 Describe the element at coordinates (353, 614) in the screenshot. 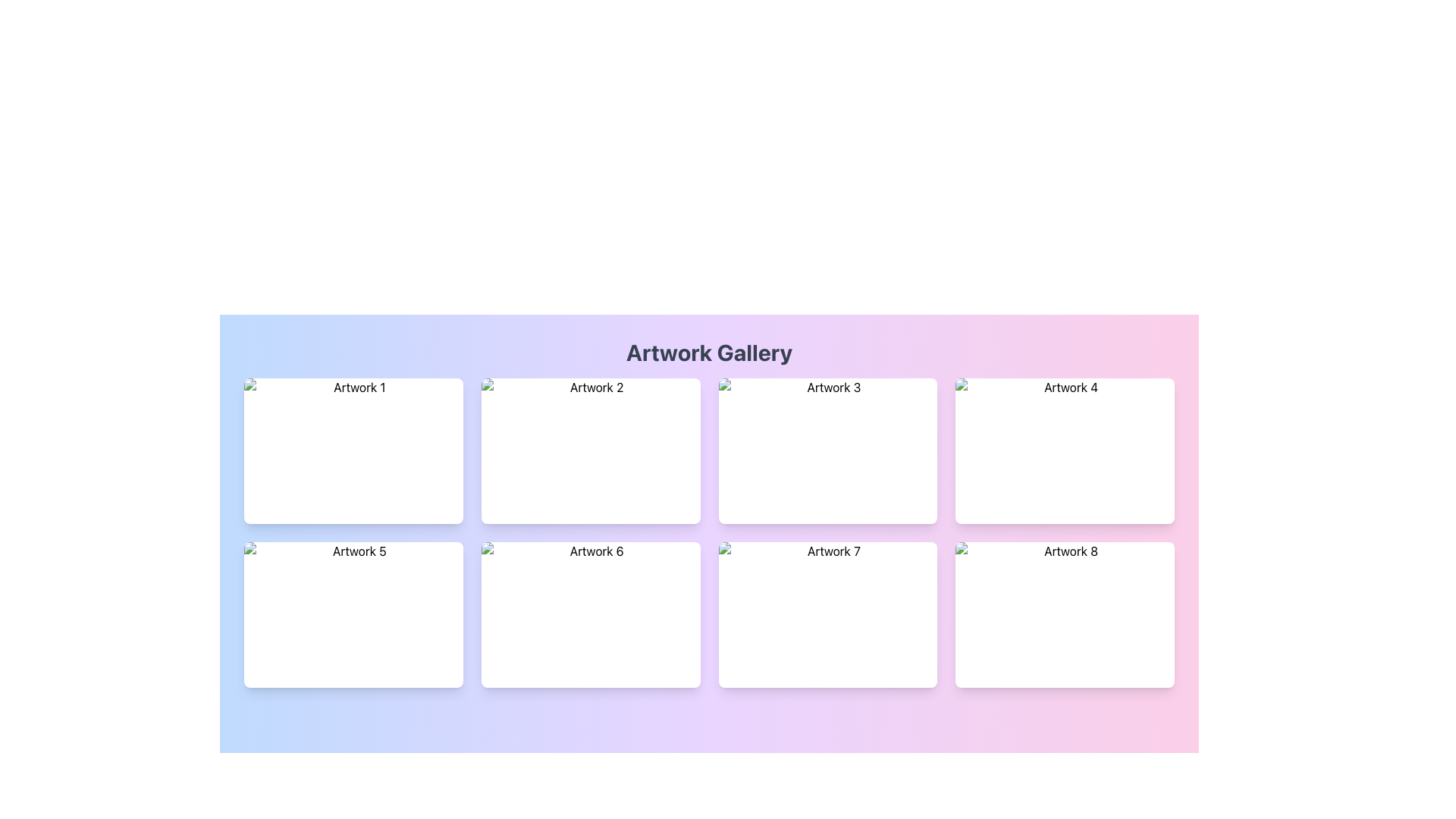

I see `the fifth card in the grid layout, which has a white background, rounded corners, and a shadow effect, labeled 'Artwork 5'` at that location.